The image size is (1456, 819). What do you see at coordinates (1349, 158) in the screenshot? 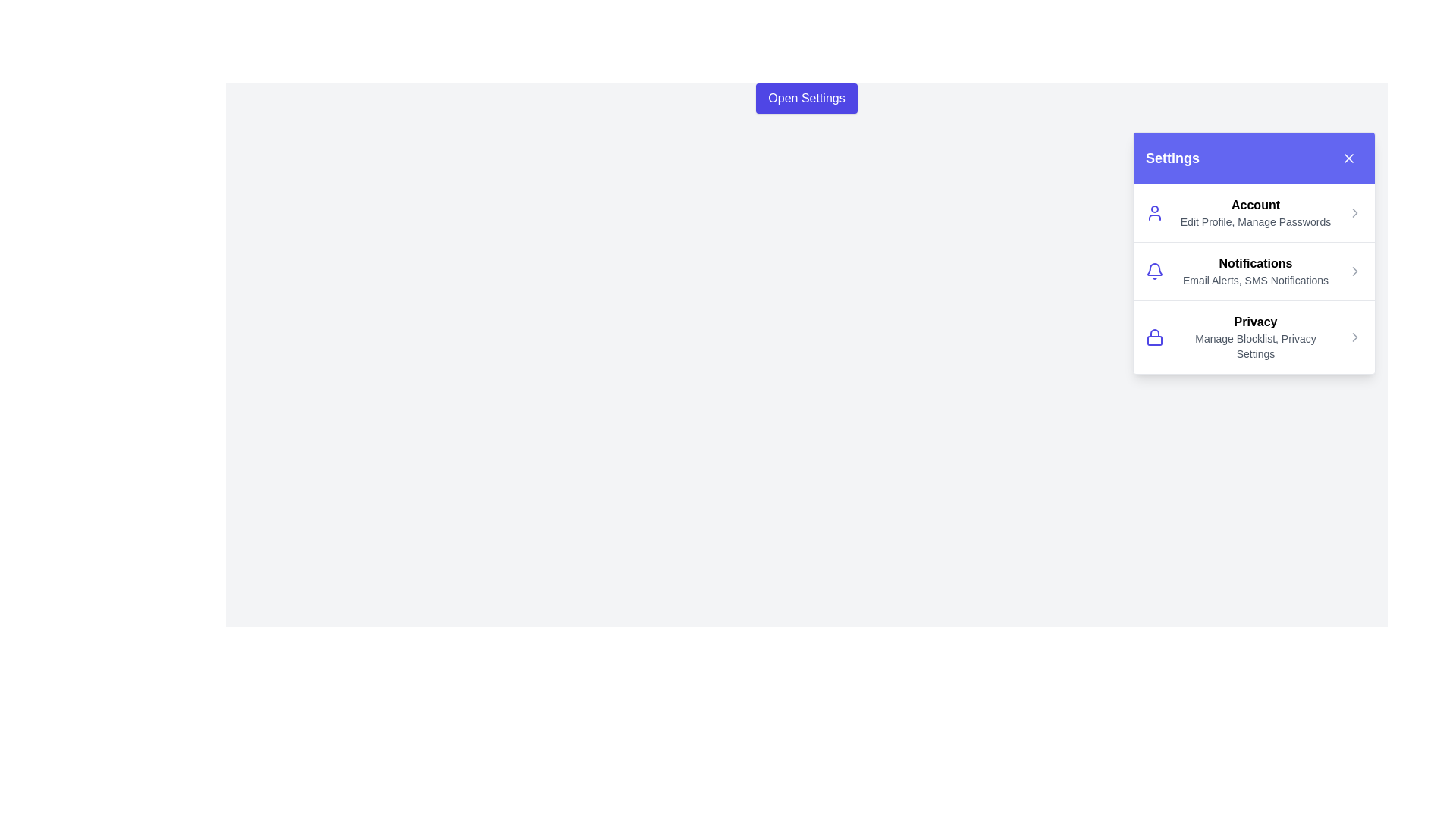
I see `the Close Button with Icon located in the top-right corner of the Settings popup` at bounding box center [1349, 158].